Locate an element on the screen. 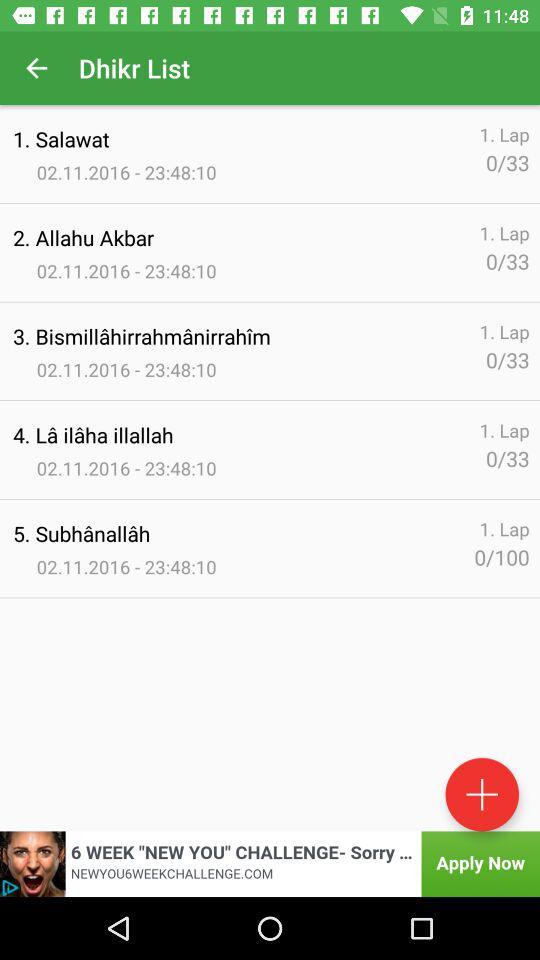  website is located at coordinates (270, 863).